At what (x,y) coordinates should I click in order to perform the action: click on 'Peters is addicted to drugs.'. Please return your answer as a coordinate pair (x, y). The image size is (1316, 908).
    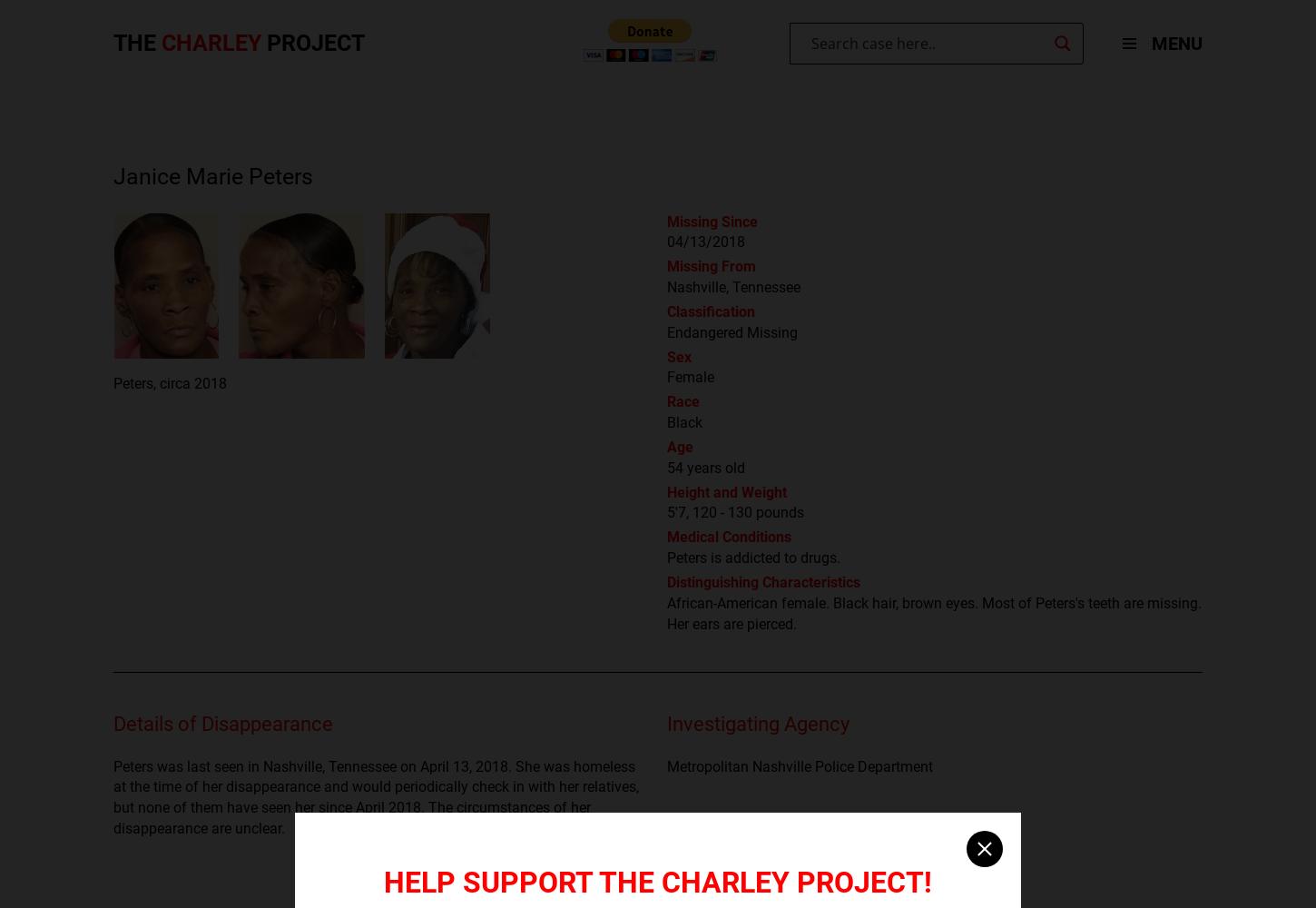
    Looking at the image, I should click on (667, 557).